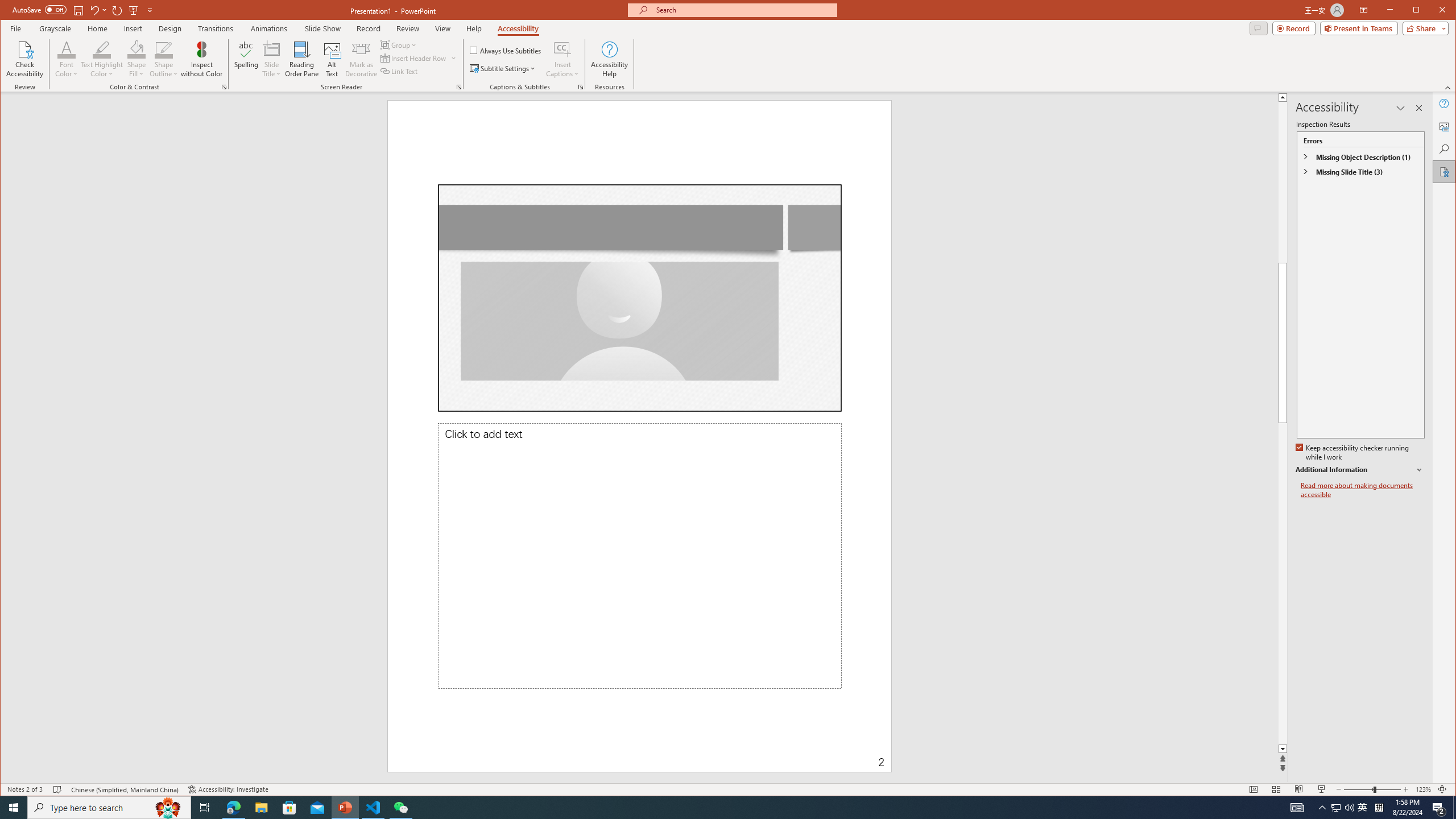  What do you see at coordinates (418, 58) in the screenshot?
I see `'Insert Header Row'` at bounding box center [418, 58].